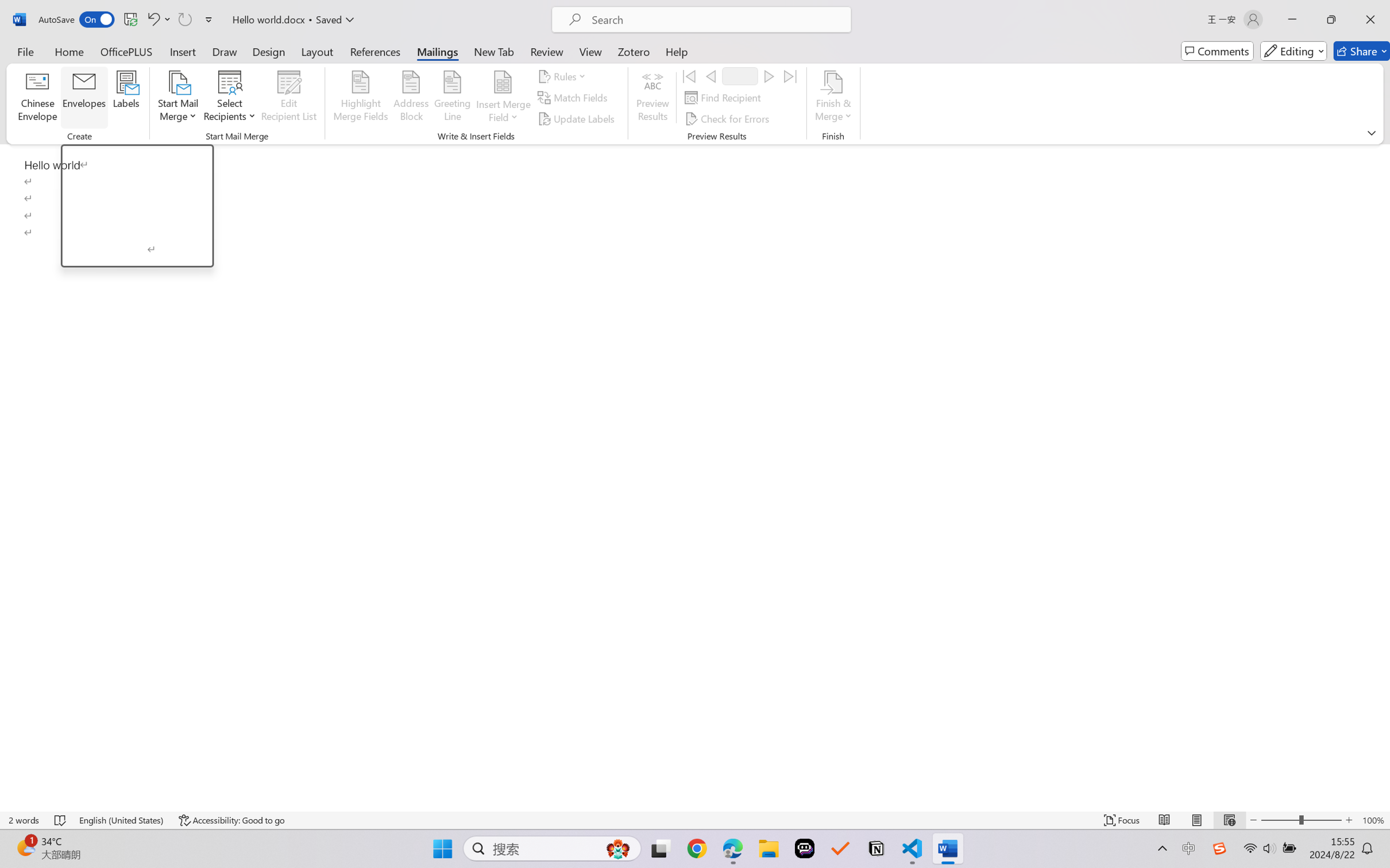  I want to click on 'References', so click(375, 51).